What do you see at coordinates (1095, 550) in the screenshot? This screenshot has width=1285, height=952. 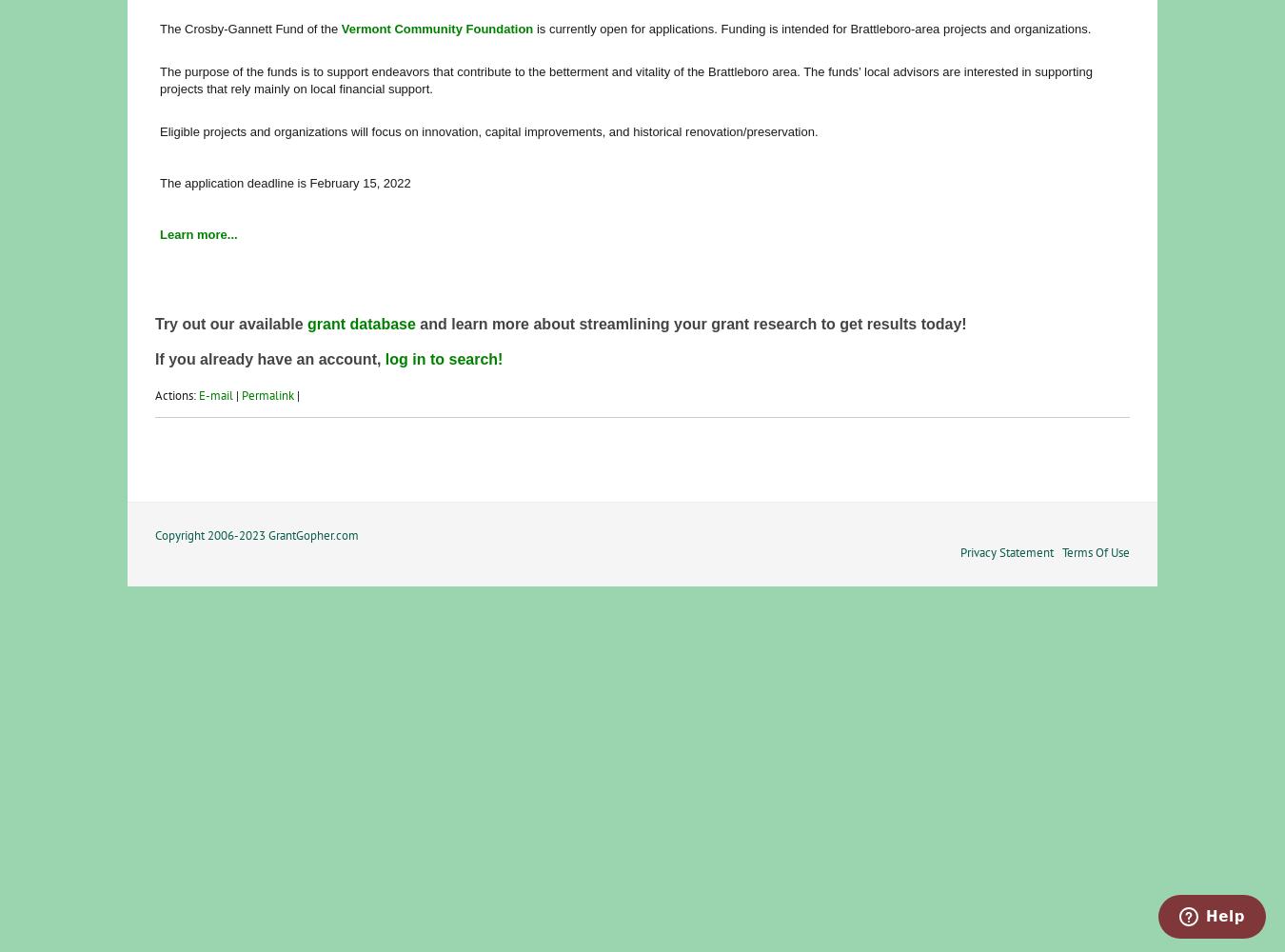 I see `'Terms Of Use'` at bounding box center [1095, 550].